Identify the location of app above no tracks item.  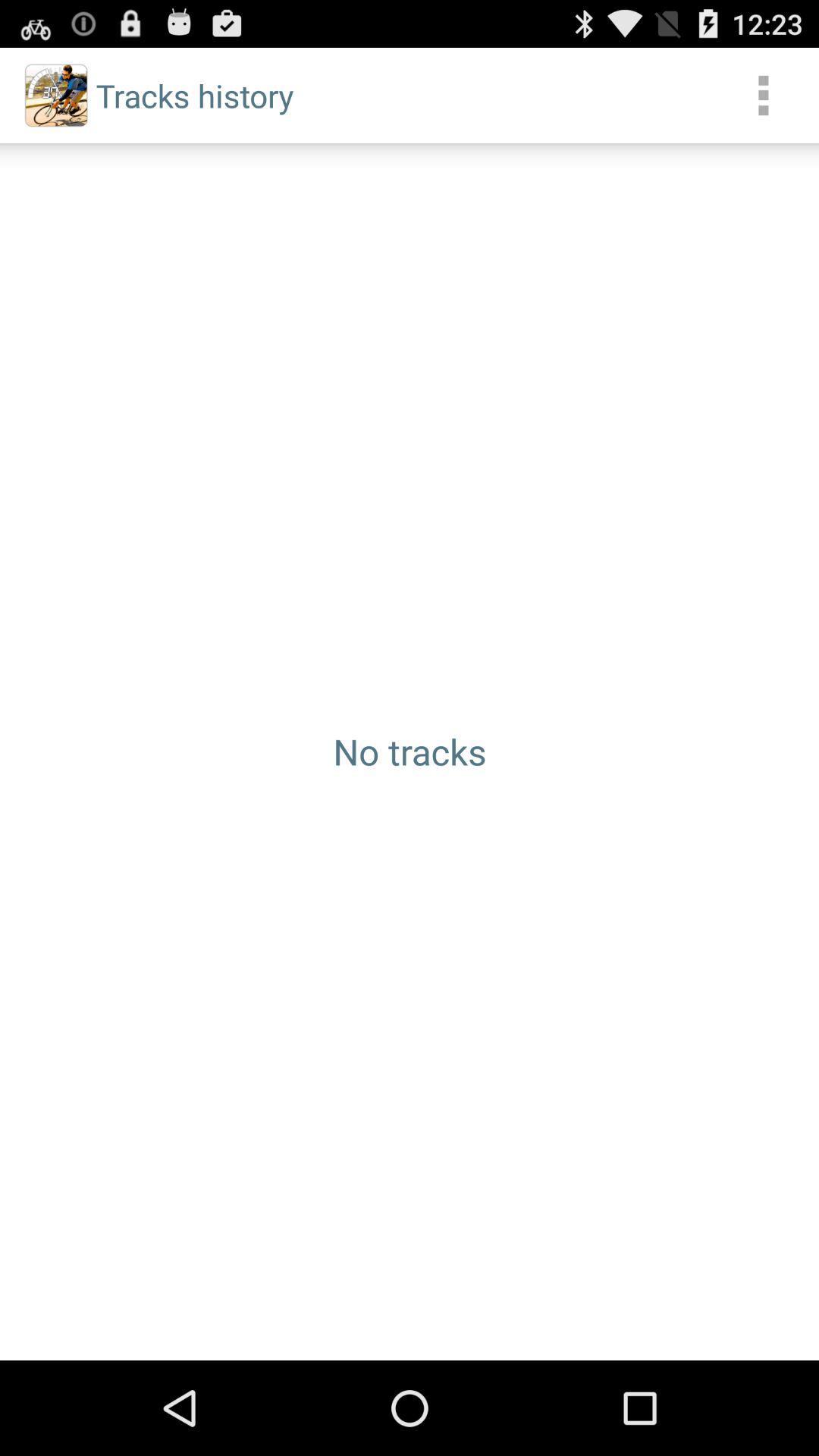
(763, 94).